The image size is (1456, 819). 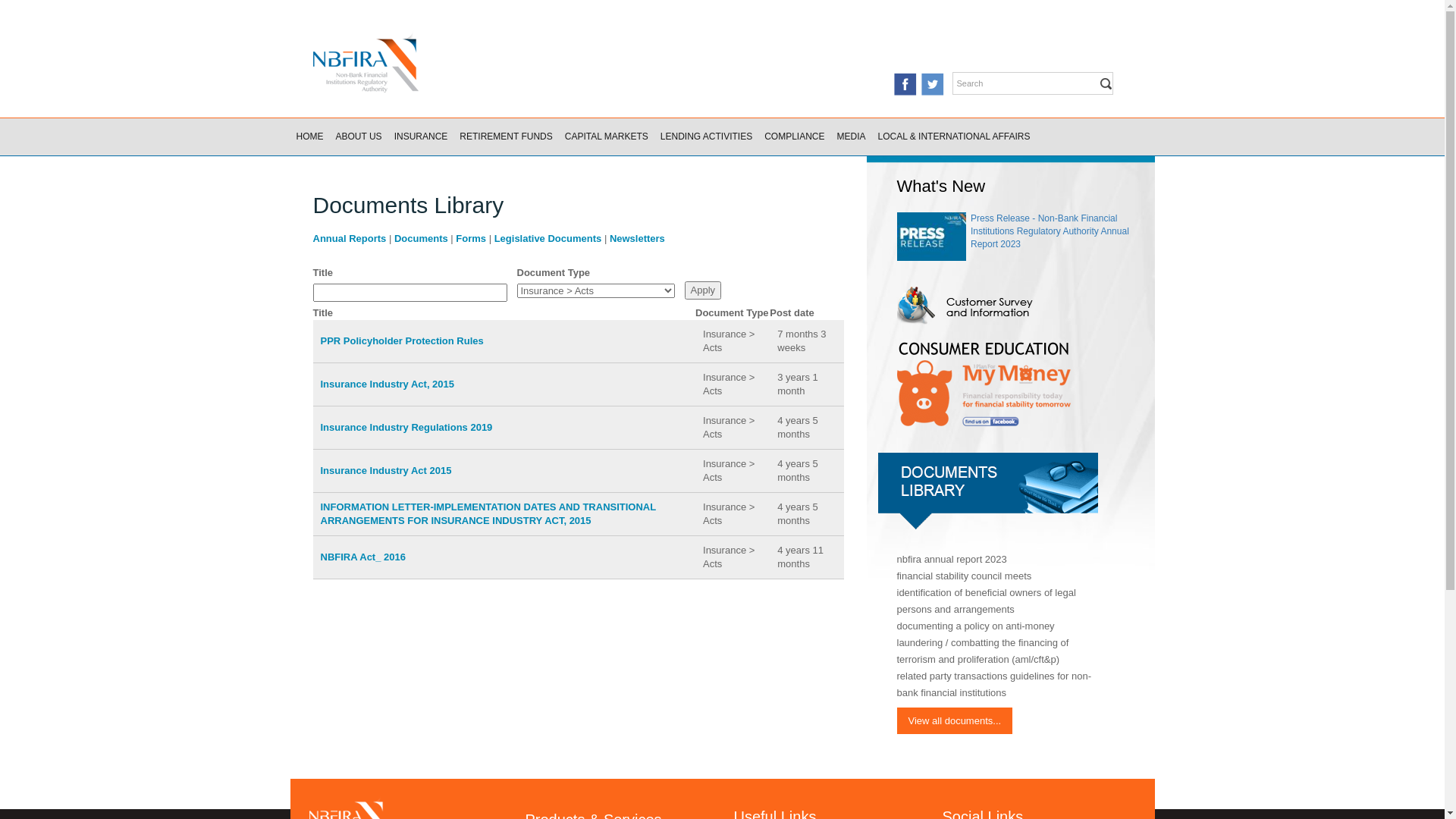 I want to click on 'PPR Policyholder Protection Rules', so click(x=319, y=340).